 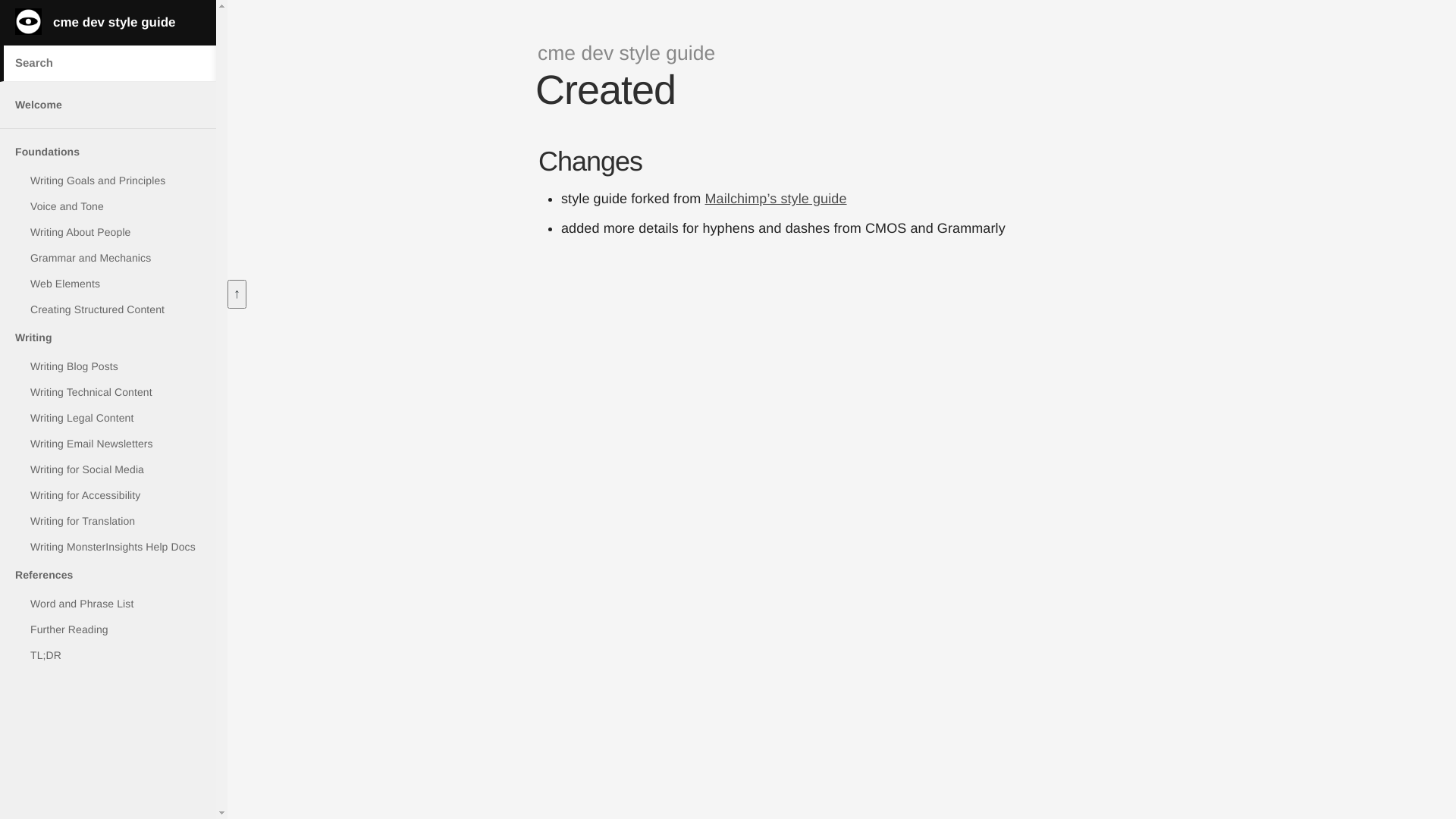 What do you see at coordinates (107, 284) in the screenshot?
I see `'Web Elements'` at bounding box center [107, 284].